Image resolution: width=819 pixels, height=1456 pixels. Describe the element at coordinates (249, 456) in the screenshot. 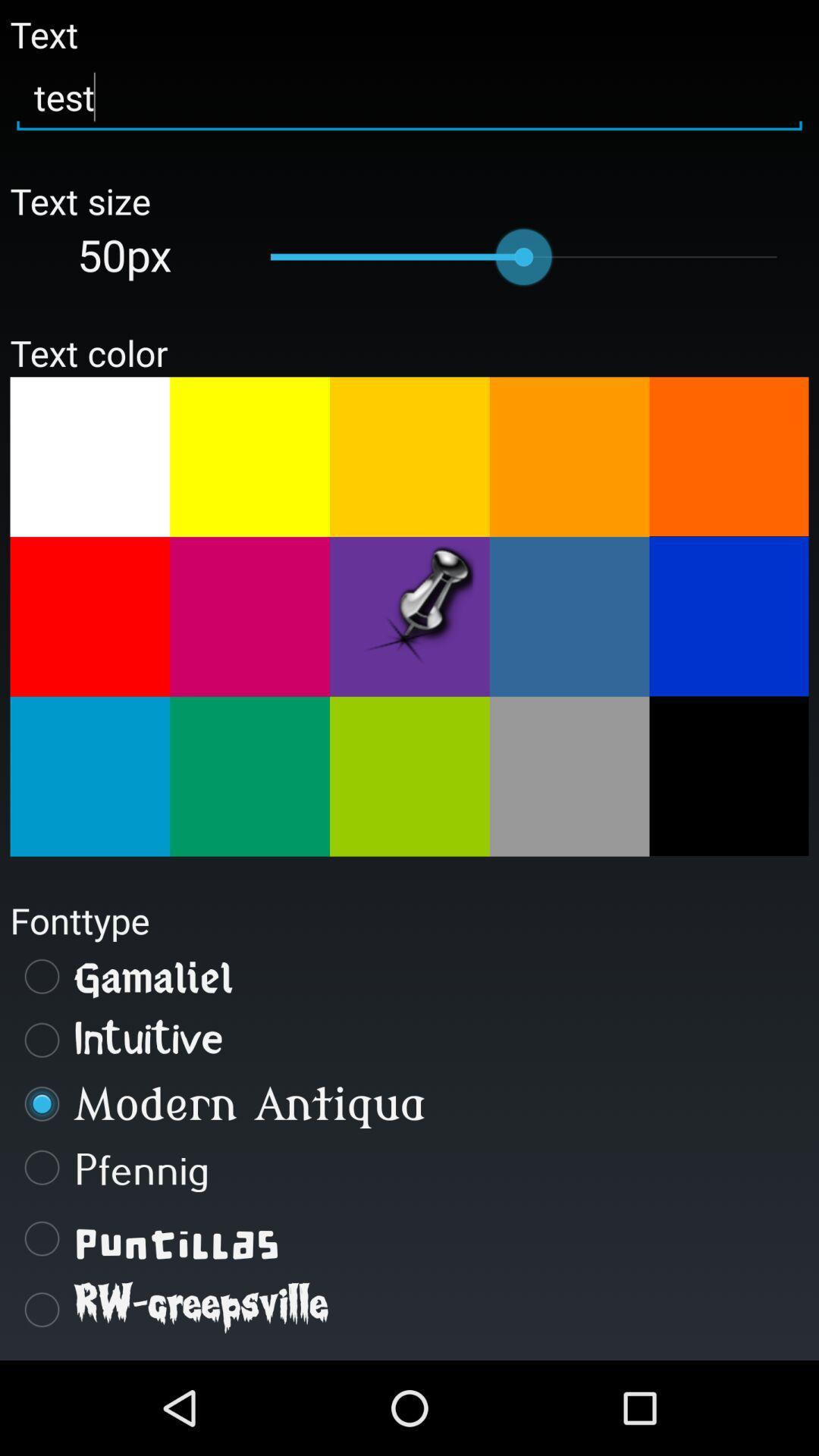

I see `yellow text color` at that location.